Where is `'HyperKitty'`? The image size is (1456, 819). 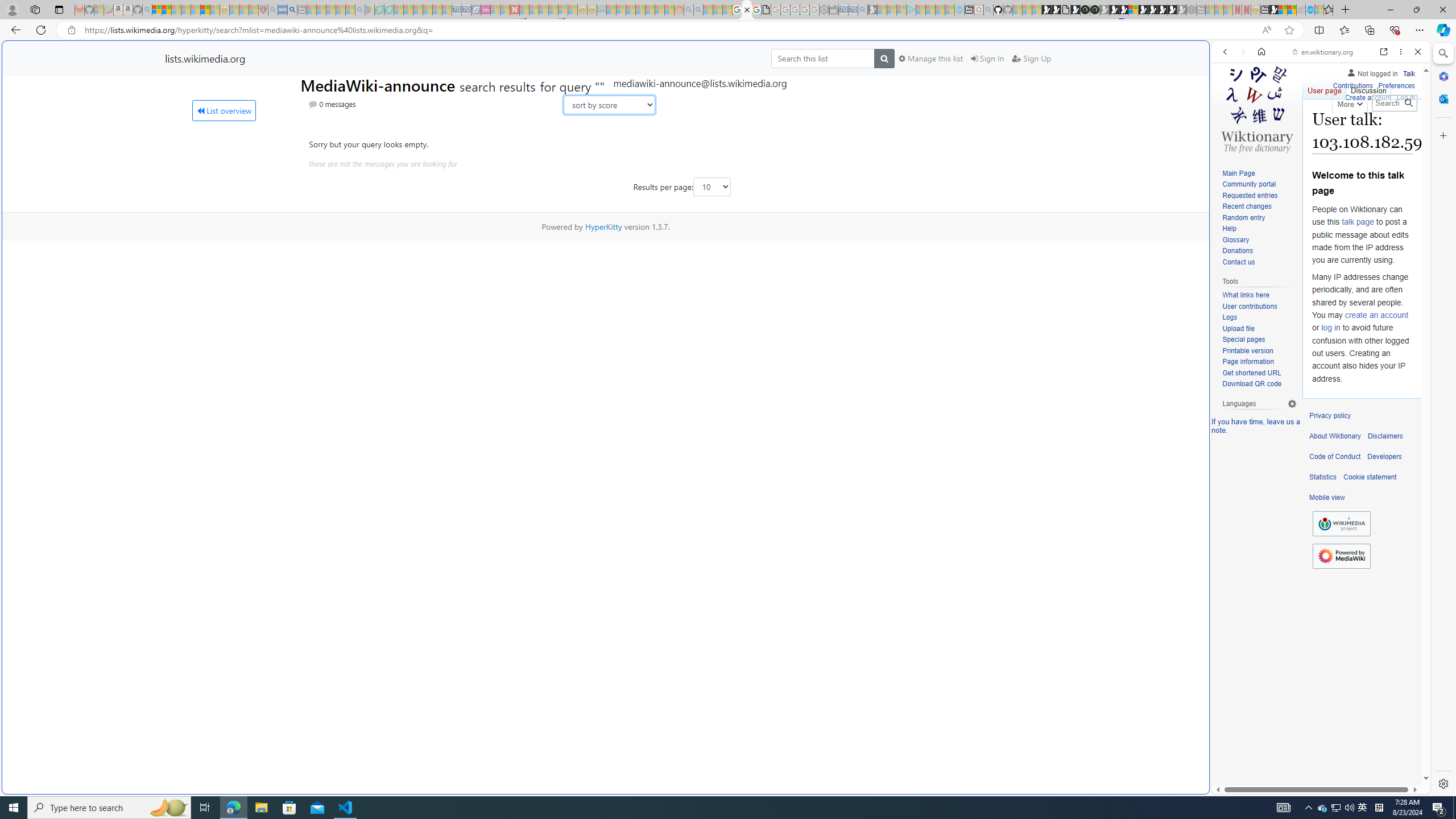
'HyperKitty' is located at coordinates (603, 226).